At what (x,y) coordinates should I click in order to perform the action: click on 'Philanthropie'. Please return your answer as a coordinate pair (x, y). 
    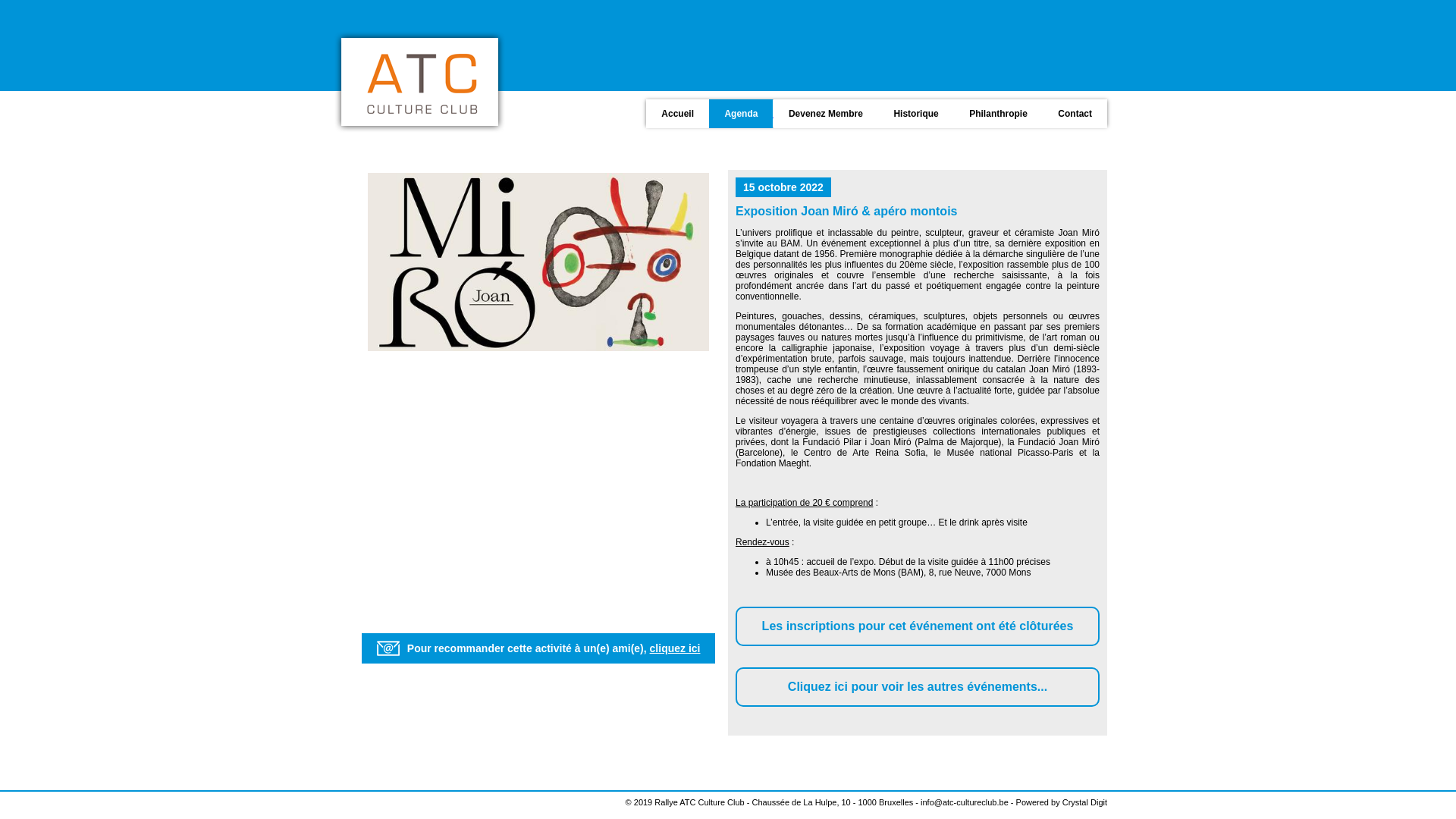
    Looking at the image, I should click on (996, 111).